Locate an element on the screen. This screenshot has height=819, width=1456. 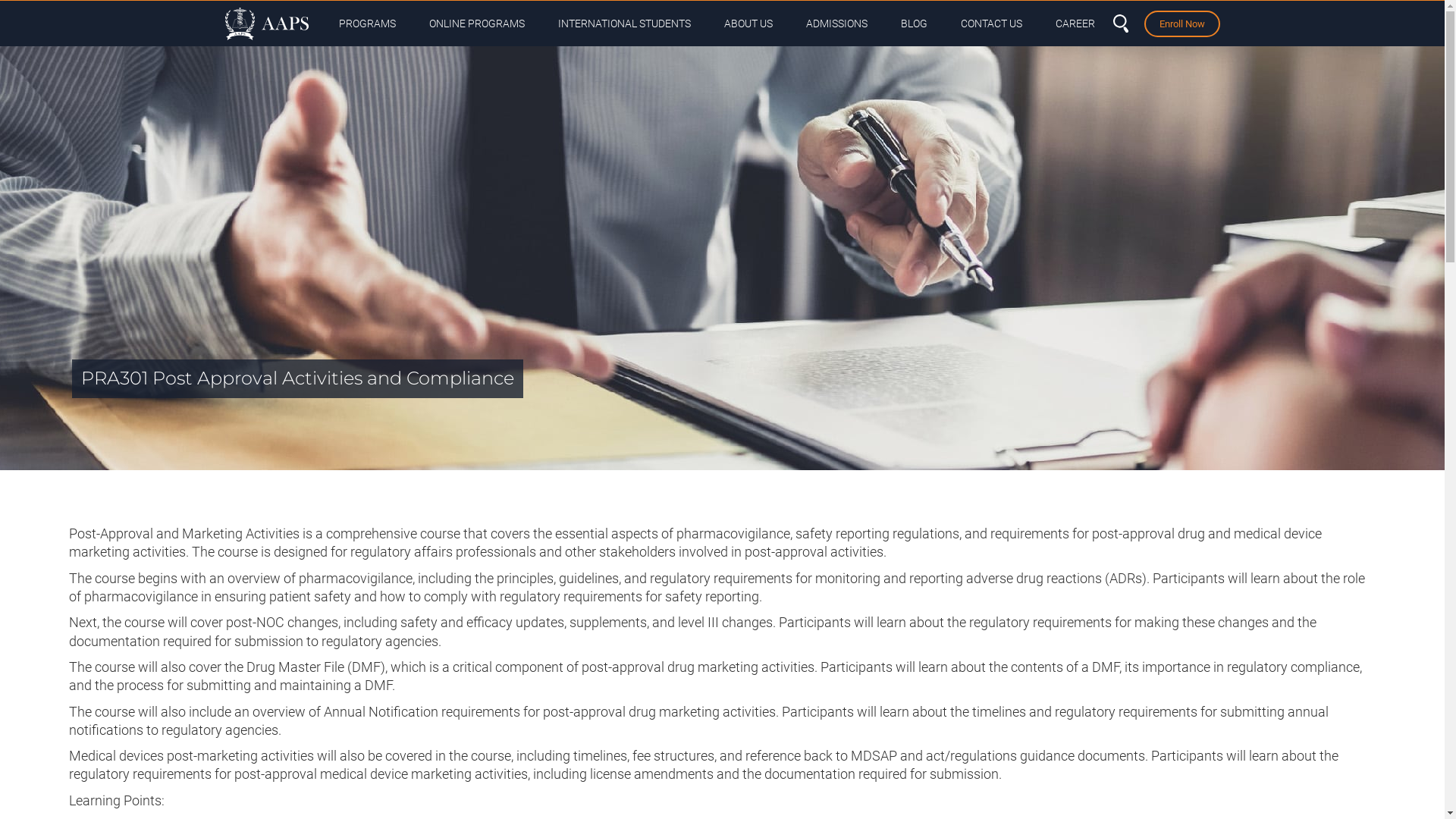
'BLOG' is located at coordinates (913, 23).